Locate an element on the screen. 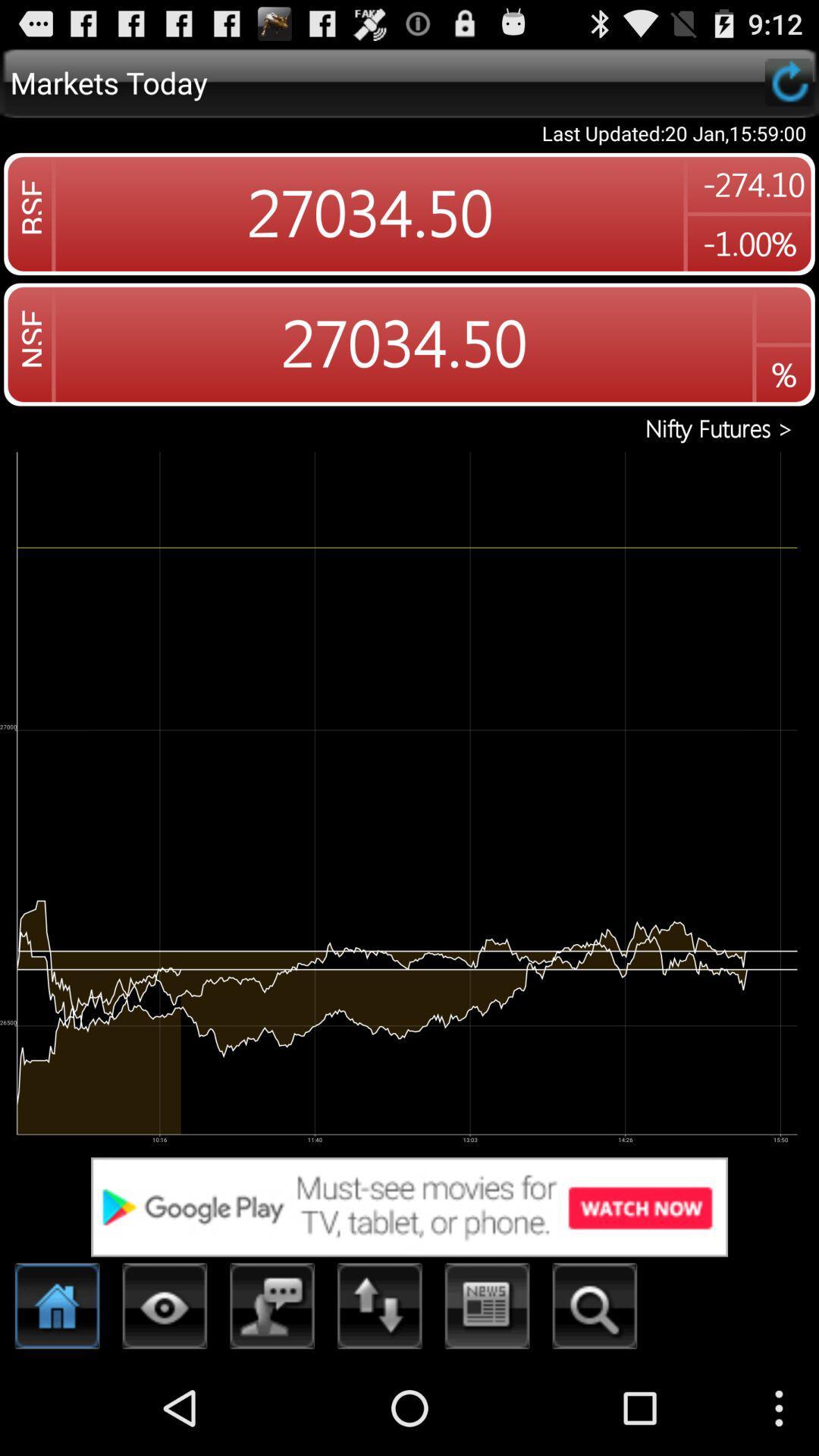  refresh data is located at coordinates (788, 81).